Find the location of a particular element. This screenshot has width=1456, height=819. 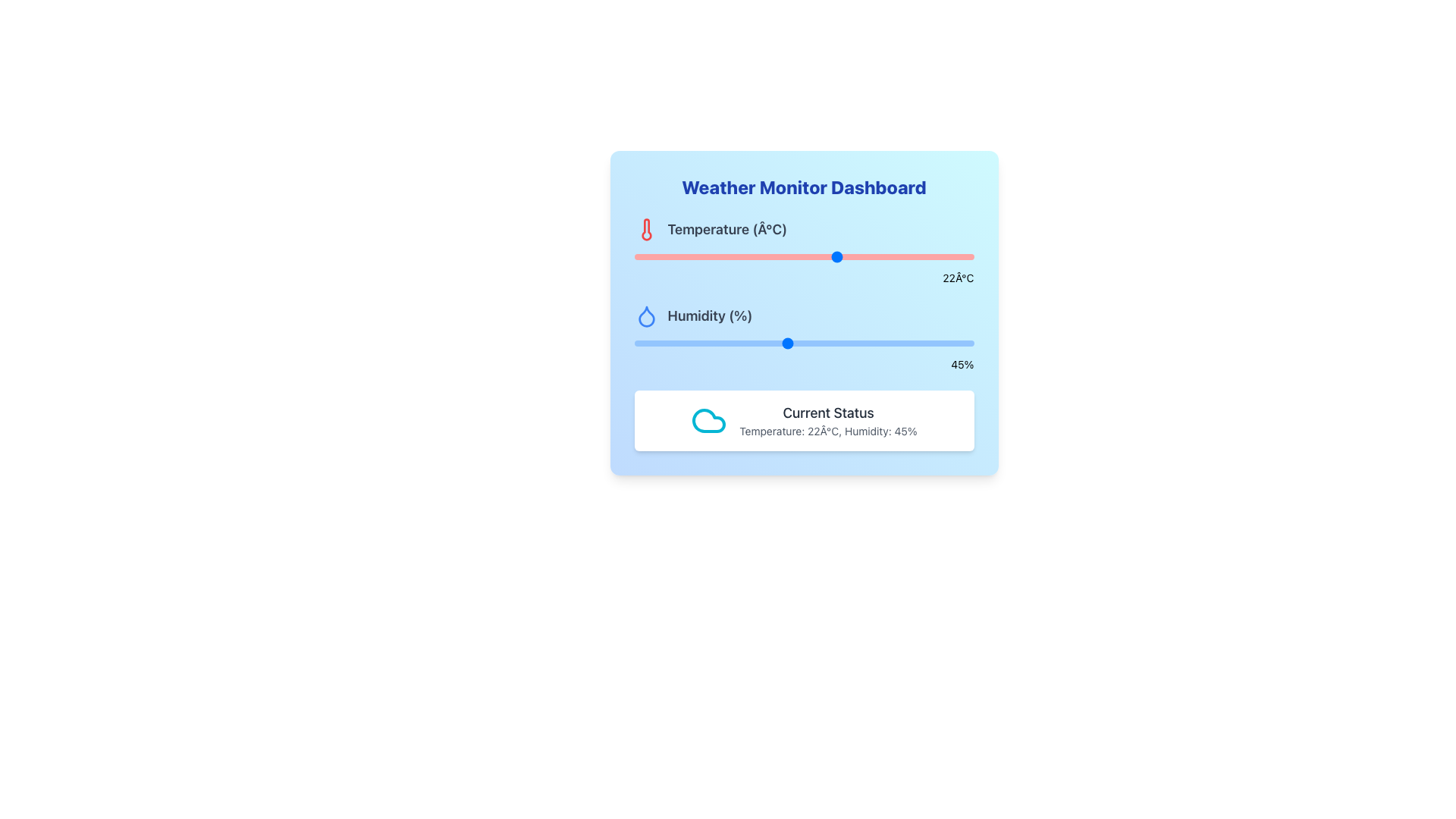

the weather status icon located on the left side of the box displaying the current temperature and humidity information is located at coordinates (708, 421).